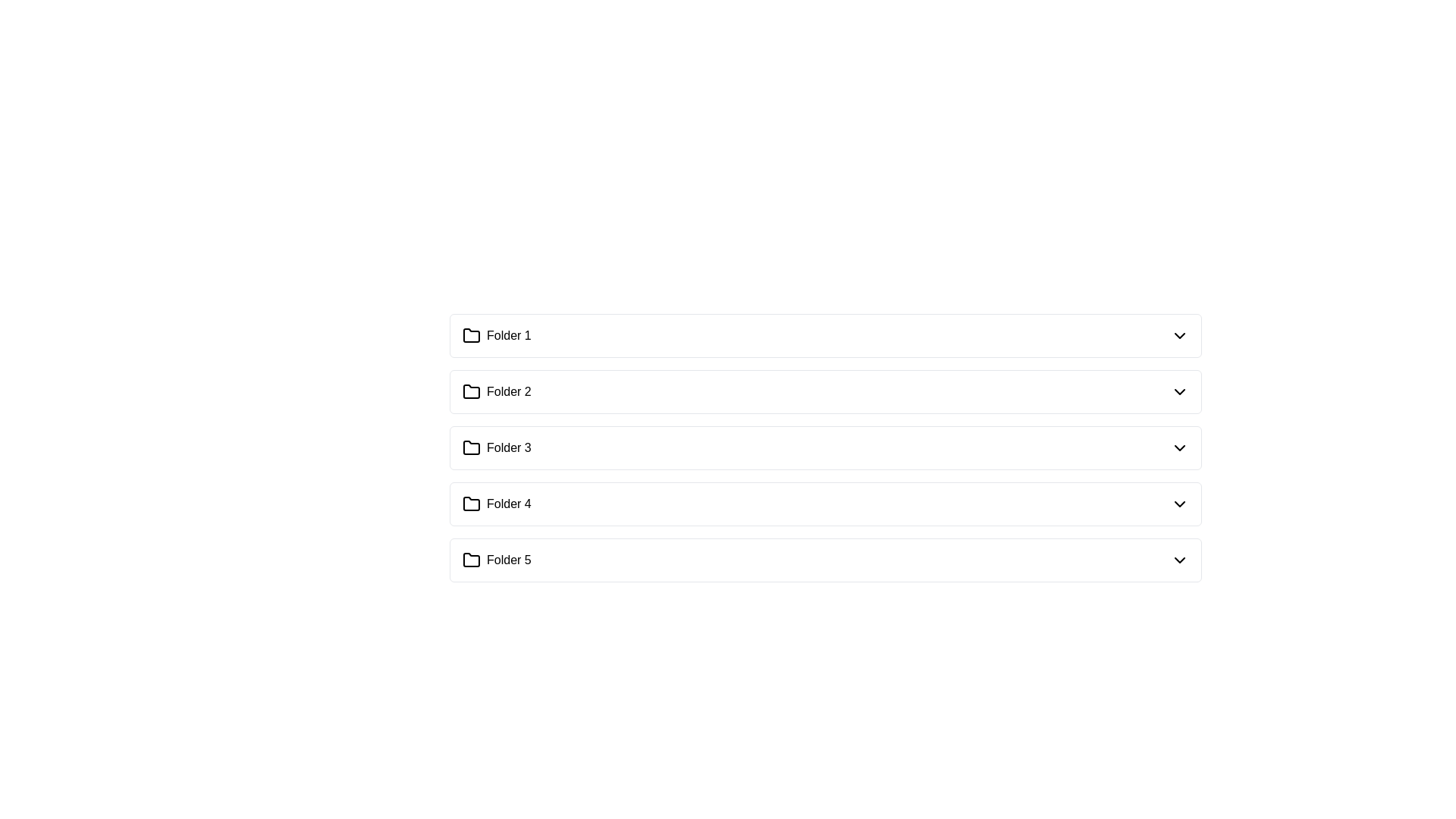 The image size is (1456, 819). What do you see at coordinates (496, 447) in the screenshot?
I see `the text 'Folder 3' in the list entry that includes a folder icon` at bounding box center [496, 447].